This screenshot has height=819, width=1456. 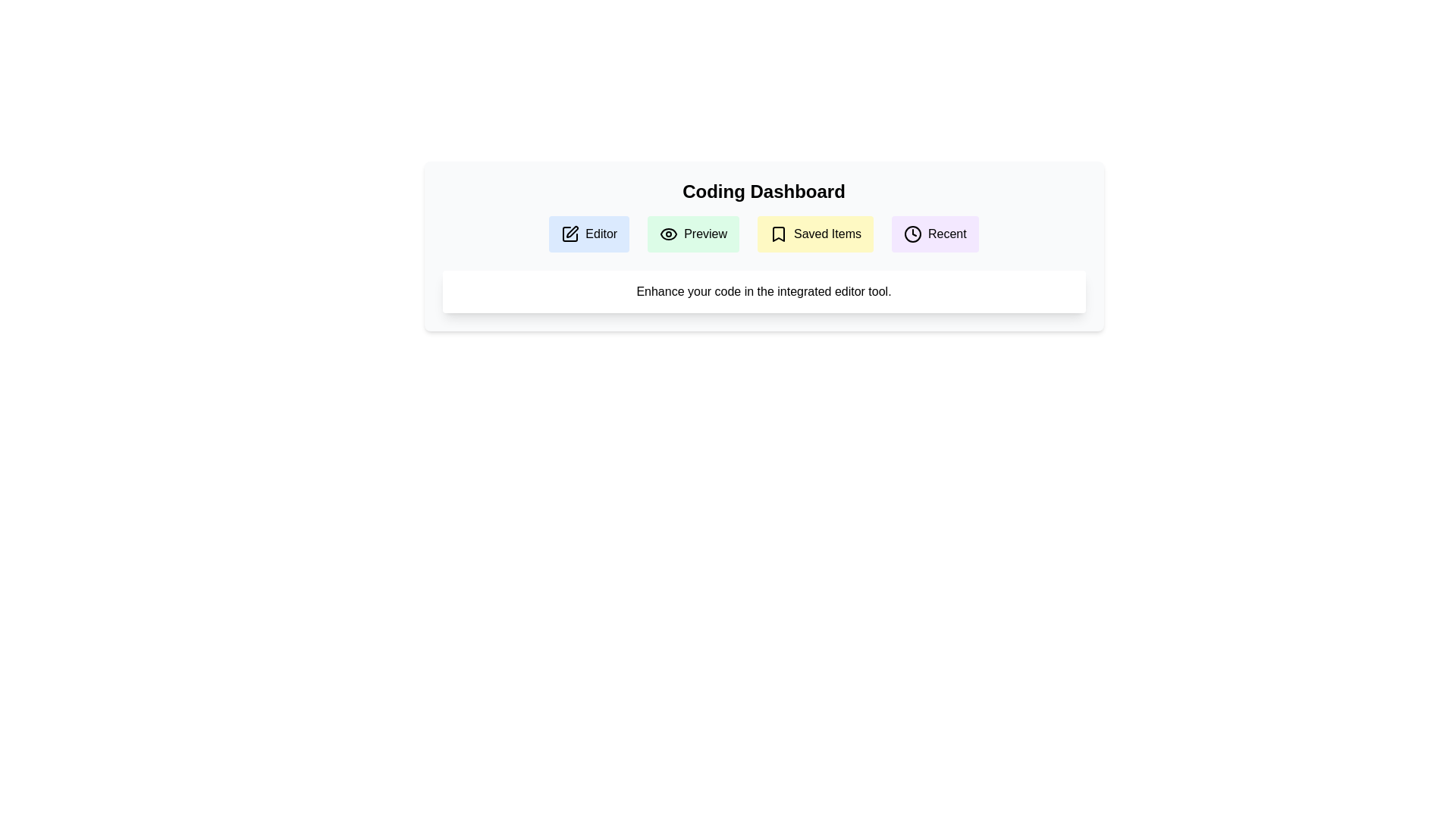 What do you see at coordinates (704, 234) in the screenshot?
I see `the second button from the left in the row of buttons located at the top-right area of the UI` at bounding box center [704, 234].